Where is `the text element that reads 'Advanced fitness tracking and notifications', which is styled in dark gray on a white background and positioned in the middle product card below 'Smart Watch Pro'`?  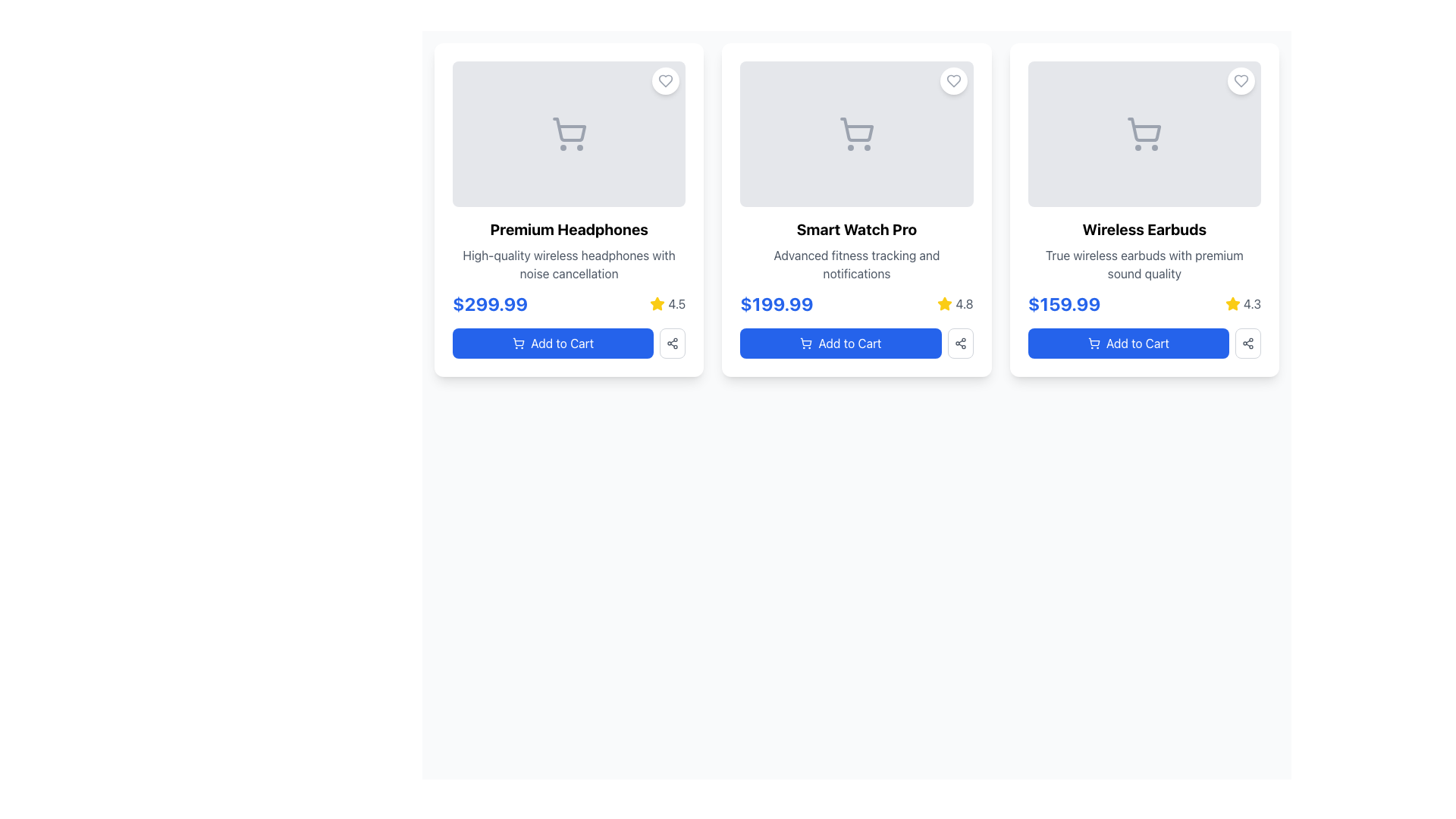
the text element that reads 'Advanced fitness tracking and notifications', which is styled in dark gray on a white background and positioned in the middle product card below 'Smart Watch Pro' is located at coordinates (856, 263).